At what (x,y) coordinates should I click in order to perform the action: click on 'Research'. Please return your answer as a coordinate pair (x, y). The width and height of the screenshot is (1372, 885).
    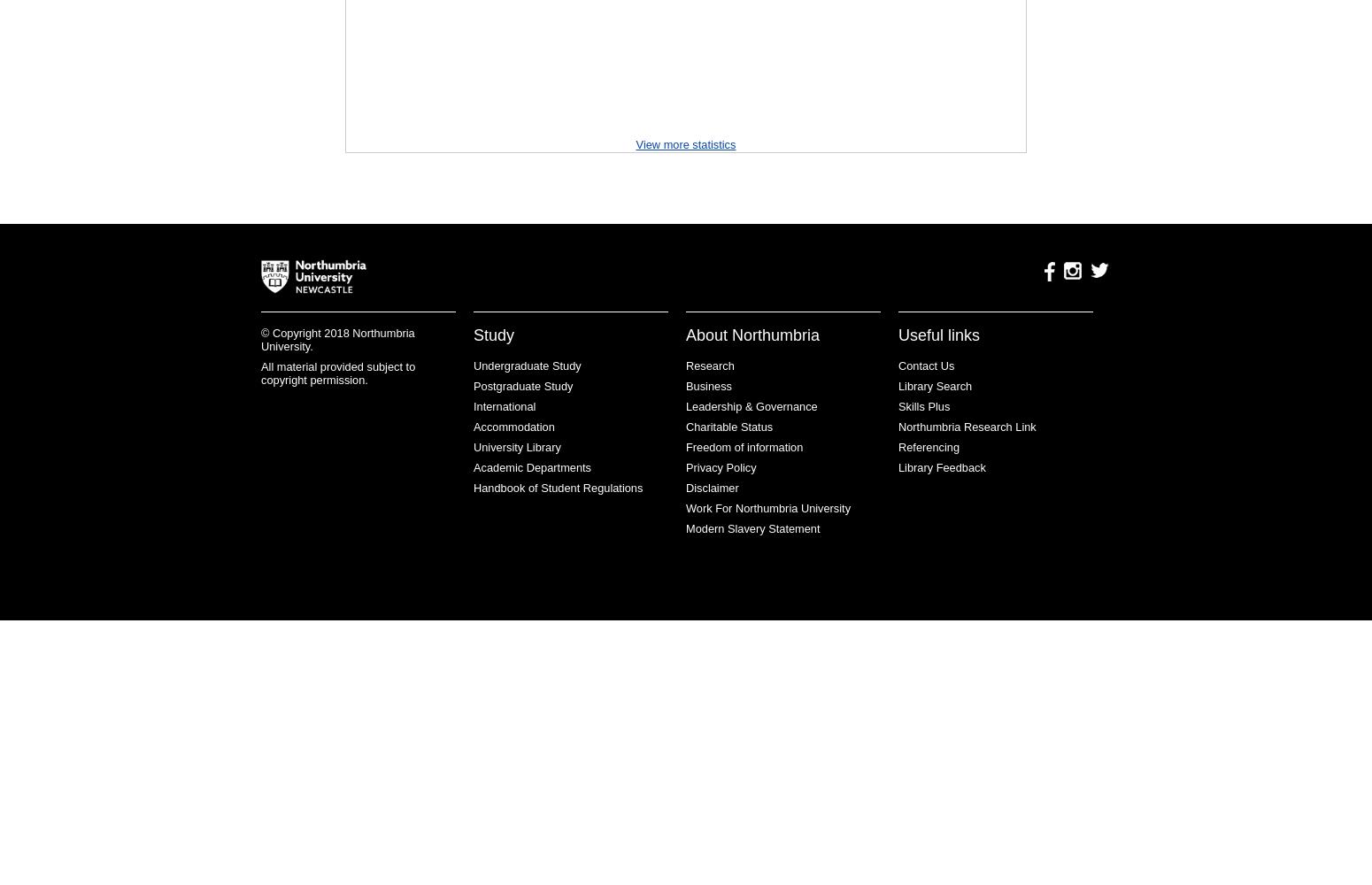
    Looking at the image, I should click on (708, 366).